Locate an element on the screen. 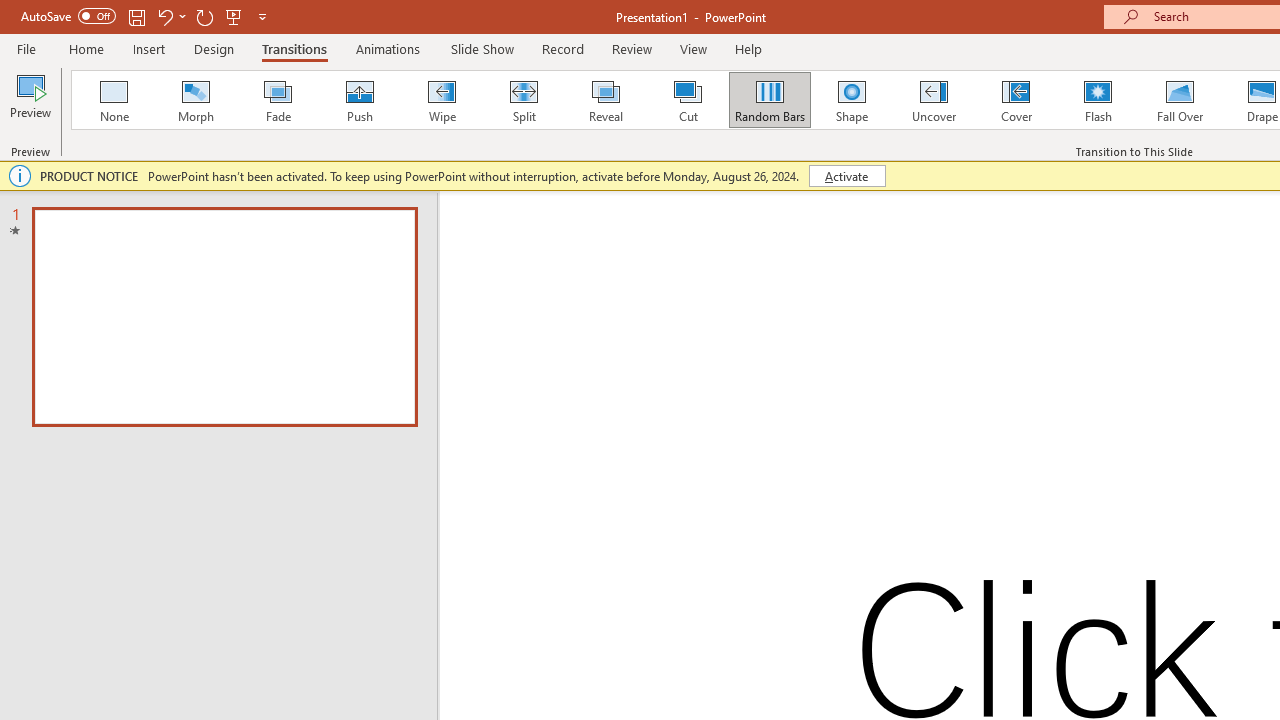 This screenshot has width=1280, height=720. 'Activate' is located at coordinates (847, 175).